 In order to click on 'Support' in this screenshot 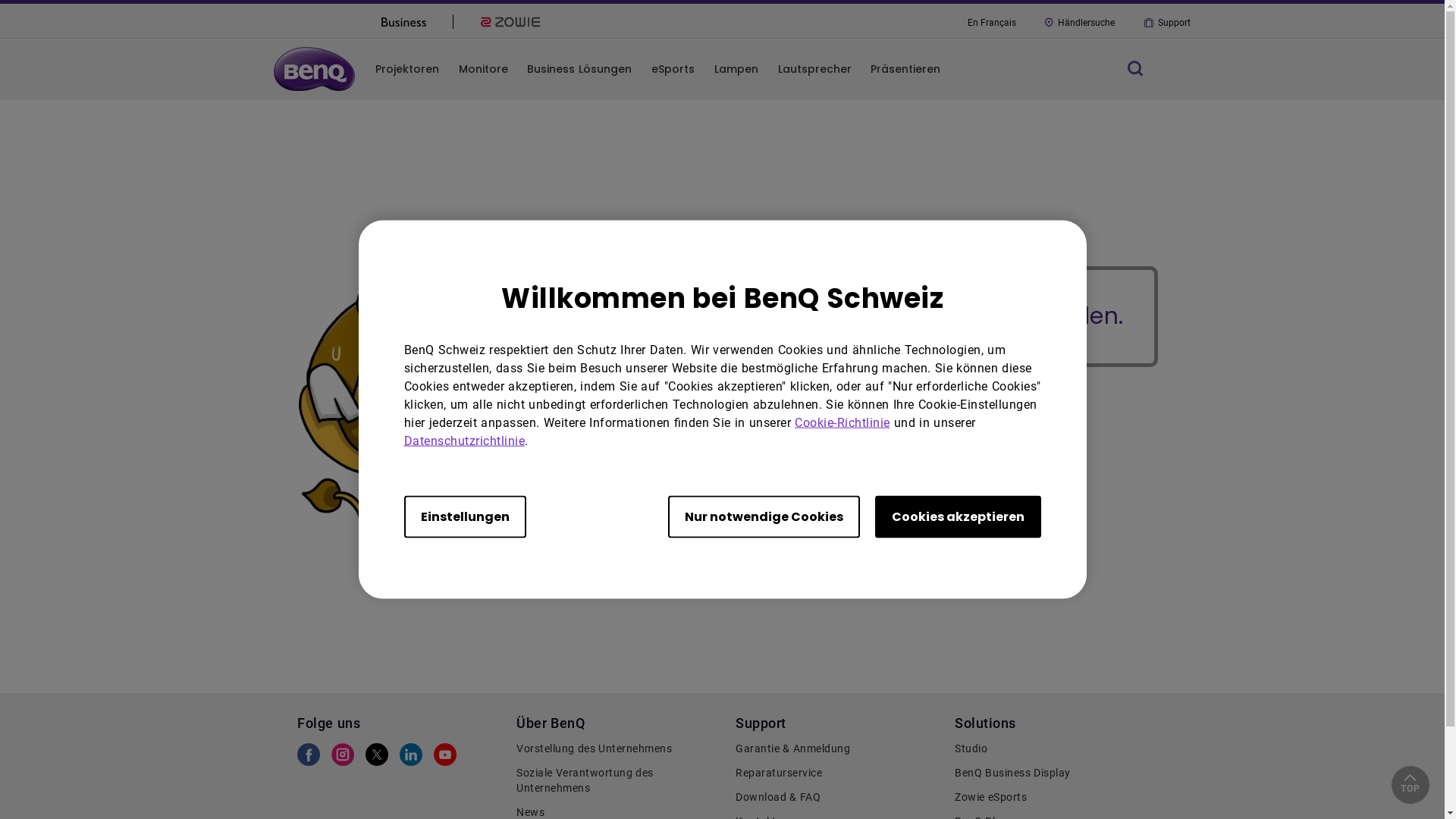, I will do `click(1140, 23)`.